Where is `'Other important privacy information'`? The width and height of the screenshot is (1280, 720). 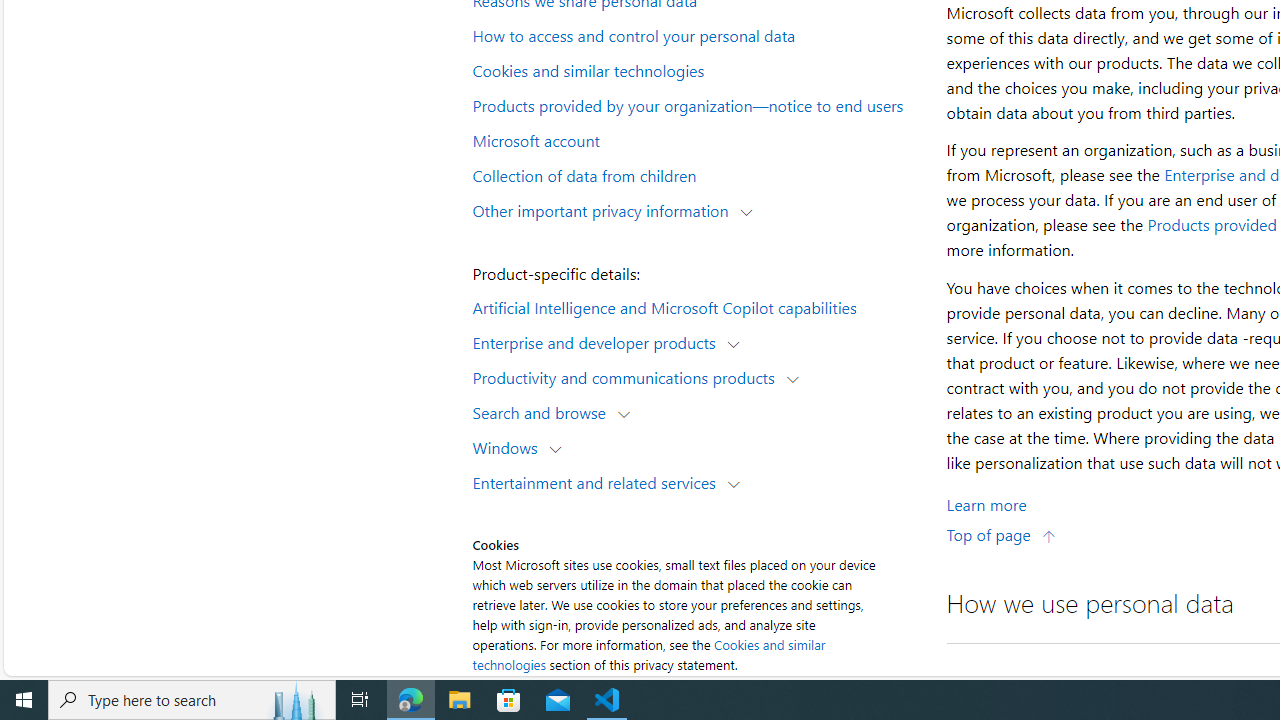 'Other important privacy information' is located at coordinates (604, 209).